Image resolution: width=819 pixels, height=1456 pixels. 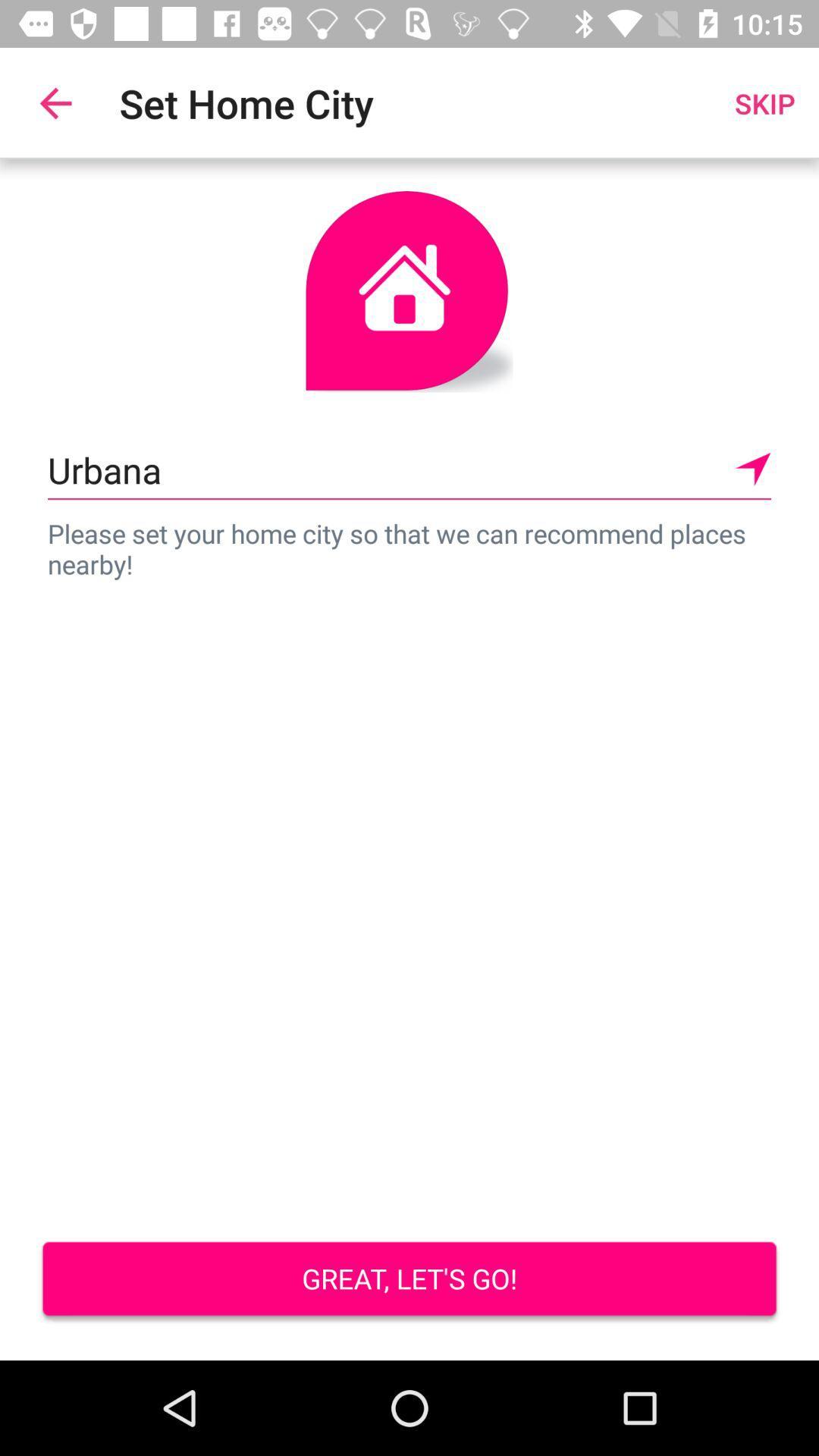 What do you see at coordinates (764, 102) in the screenshot?
I see `skip icon` at bounding box center [764, 102].